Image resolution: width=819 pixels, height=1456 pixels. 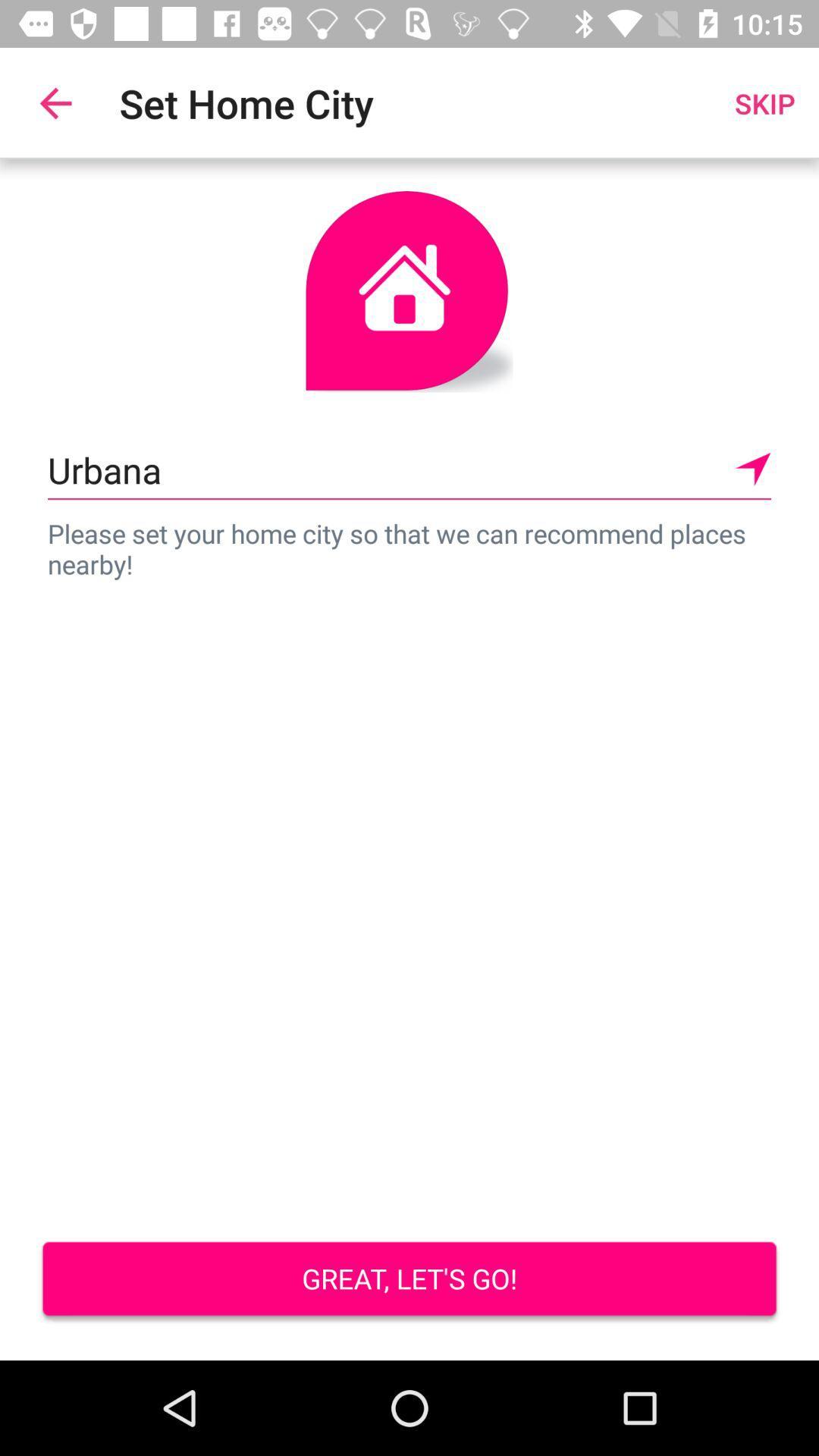 What do you see at coordinates (764, 102) in the screenshot?
I see `skip icon` at bounding box center [764, 102].